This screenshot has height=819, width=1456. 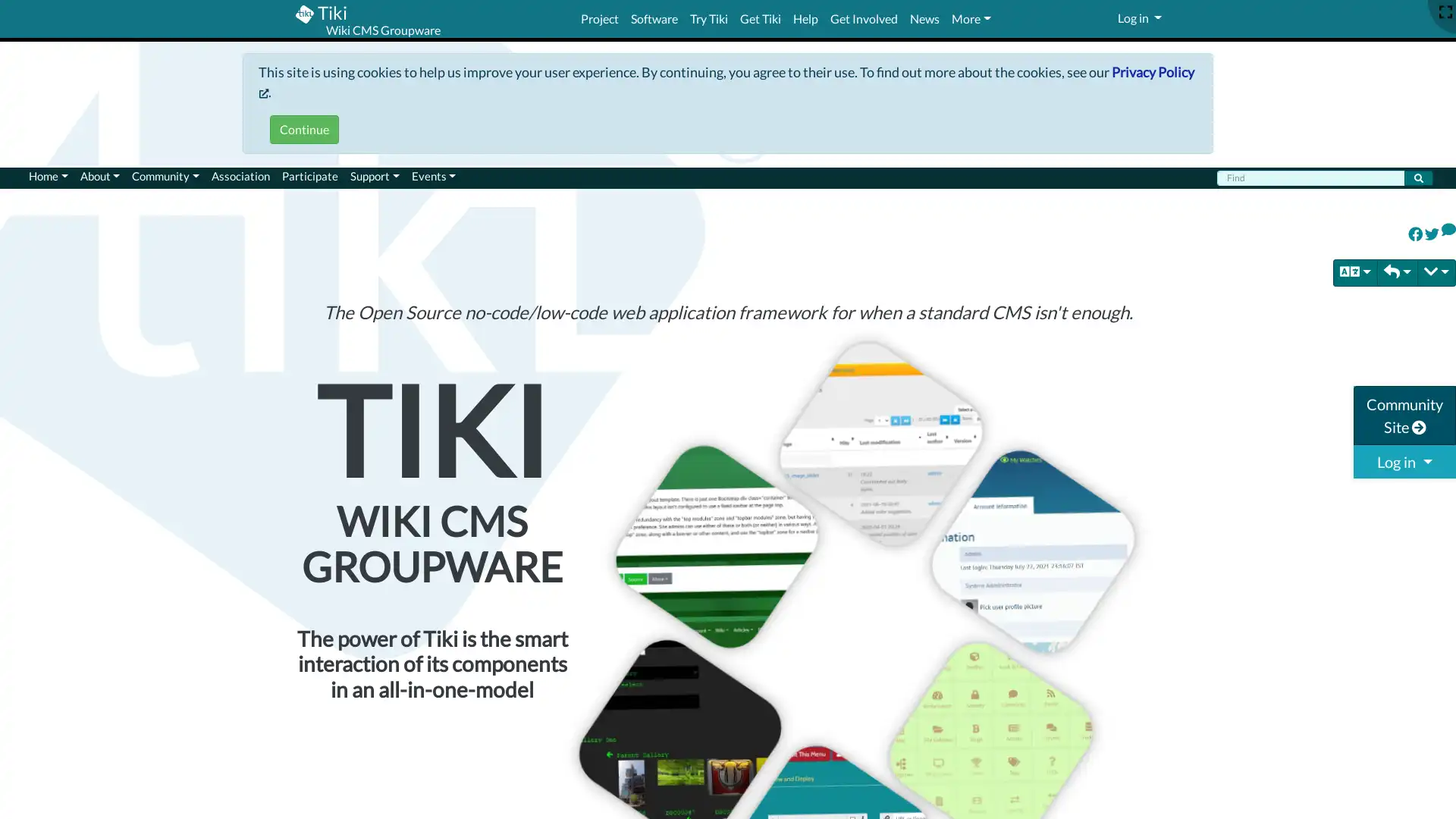 What do you see at coordinates (303, 127) in the screenshot?
I see `Continue` at bounding box center [303, 127].